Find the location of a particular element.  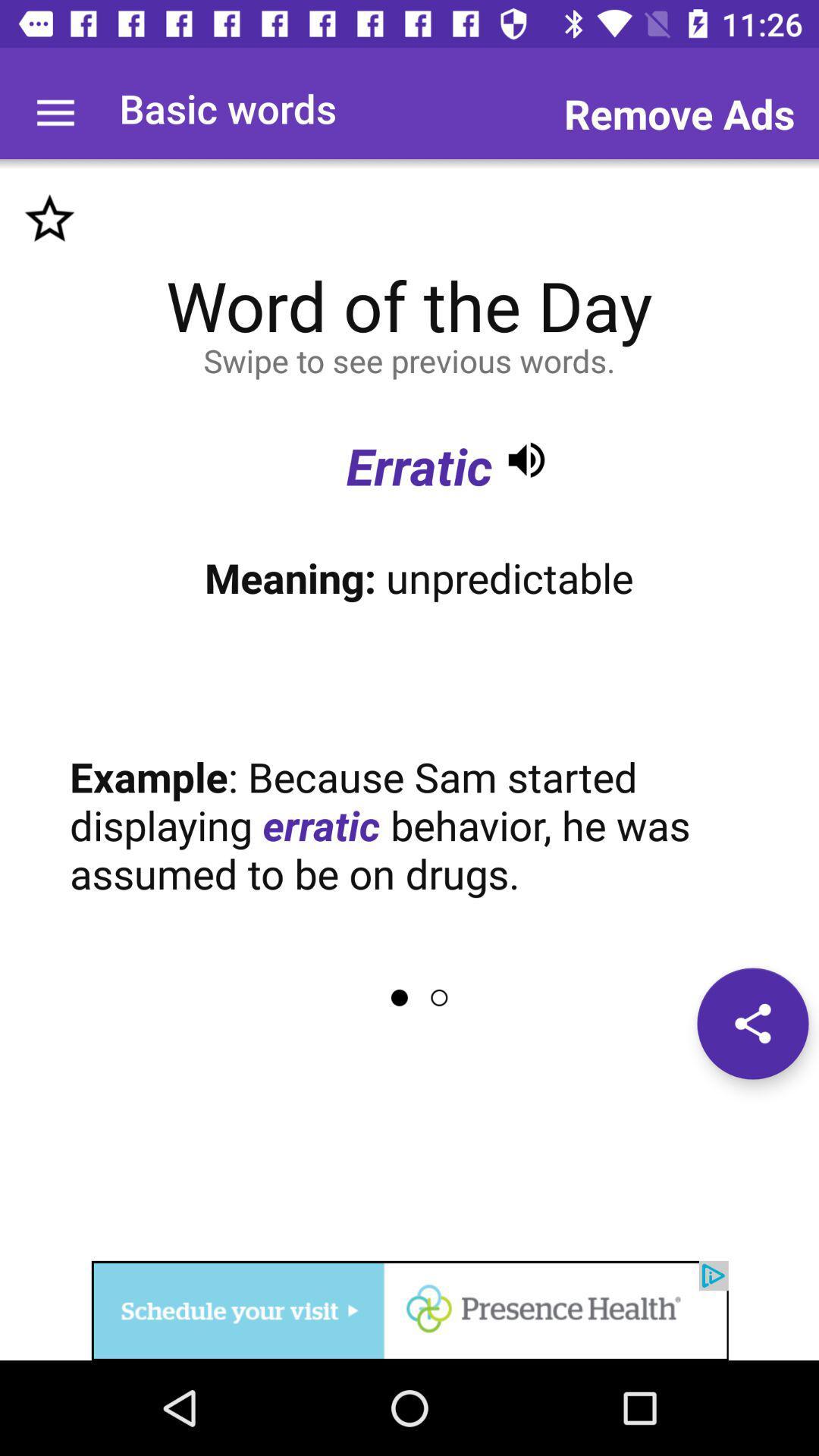

sound button is located at coordinates (526, 459).